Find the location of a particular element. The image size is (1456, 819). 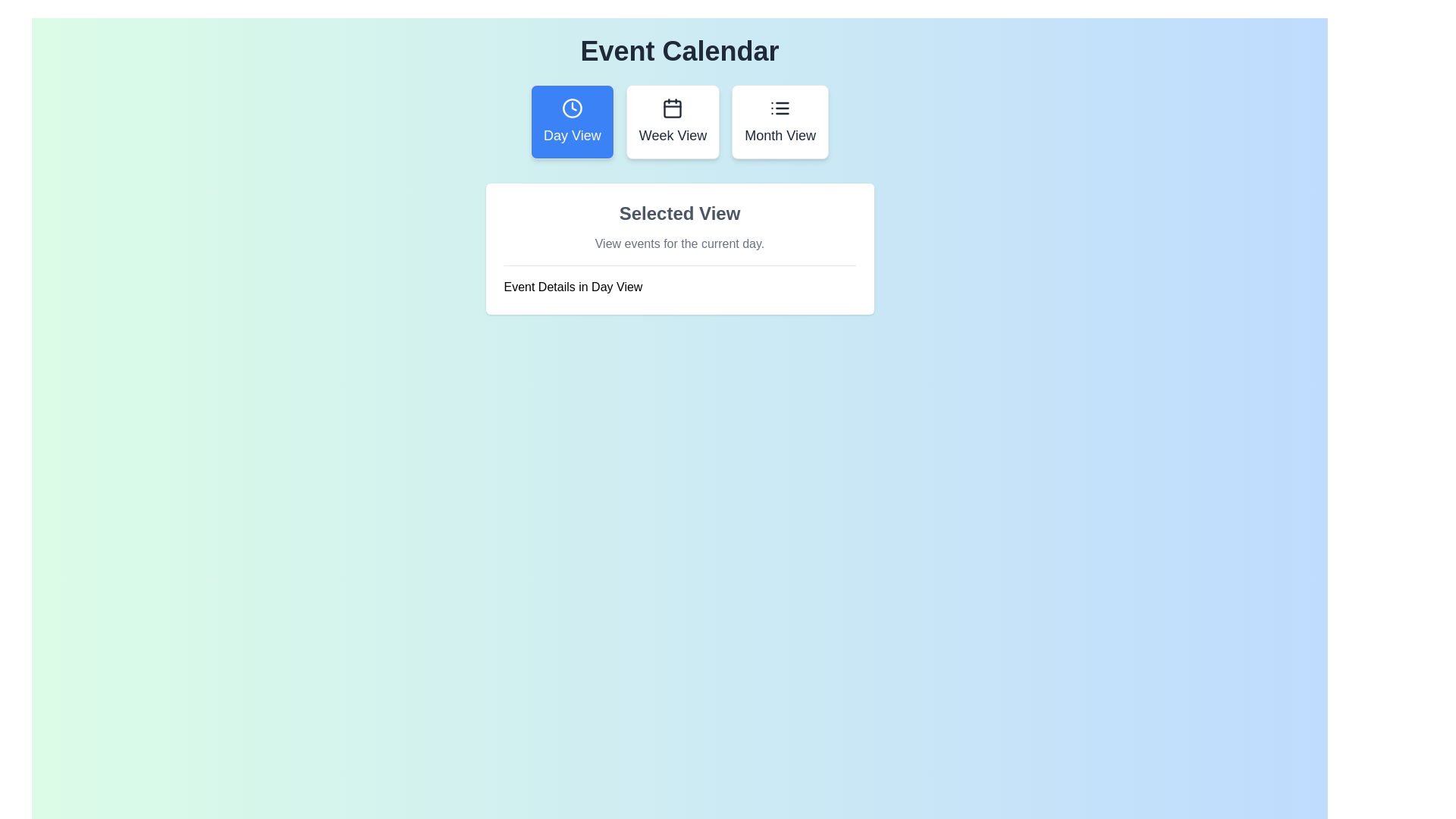

the calendar view to Day View is located at coordinates (571, 121).